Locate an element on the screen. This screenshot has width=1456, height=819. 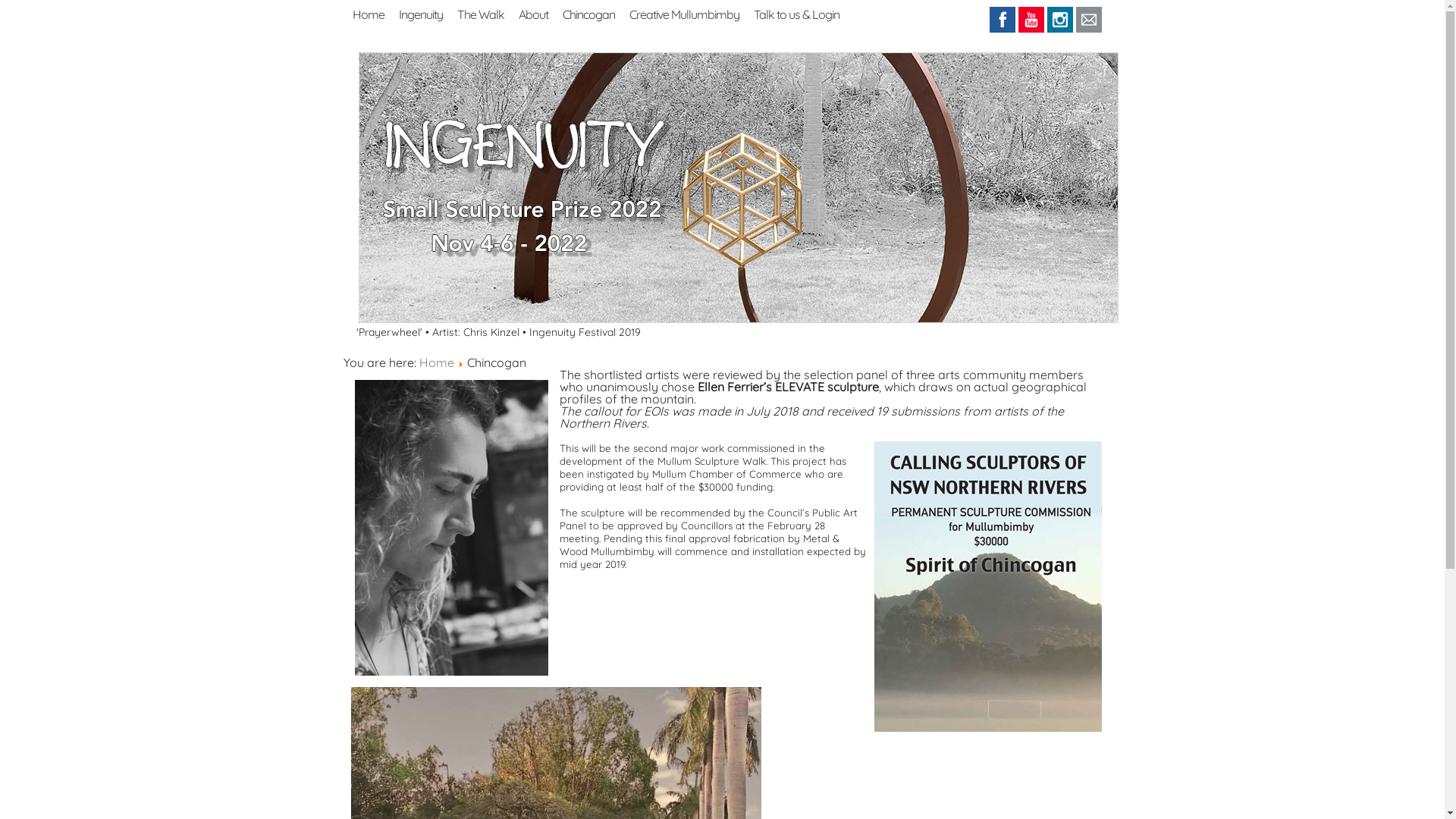
'Creative Mullumbimby' is located at coordinates (683, 12).